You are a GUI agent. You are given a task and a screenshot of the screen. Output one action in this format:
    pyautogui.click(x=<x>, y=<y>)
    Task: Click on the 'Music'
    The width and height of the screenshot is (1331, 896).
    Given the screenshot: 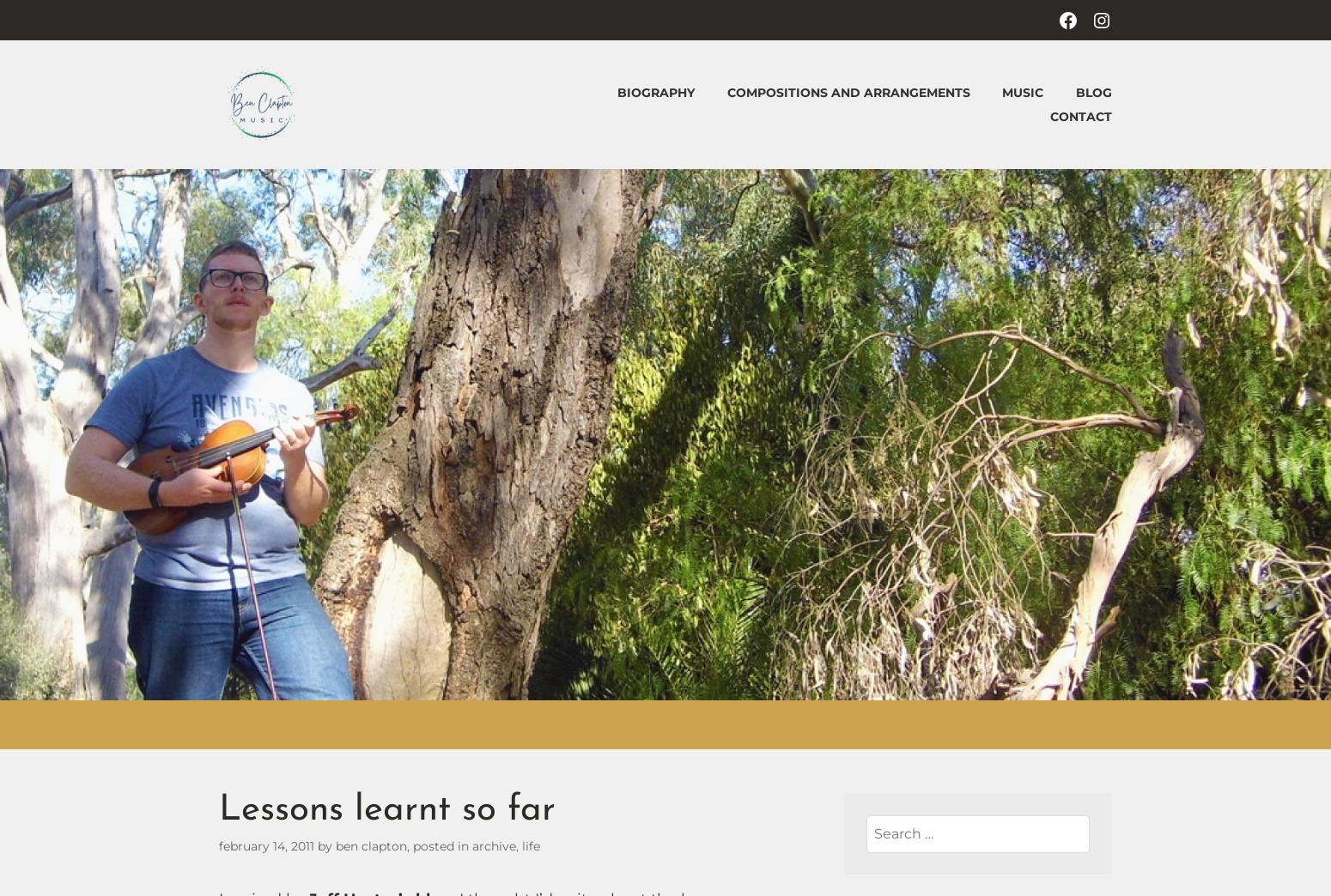 What is the action you would take?
    pyautogui.click(x=1023, y=92)
    